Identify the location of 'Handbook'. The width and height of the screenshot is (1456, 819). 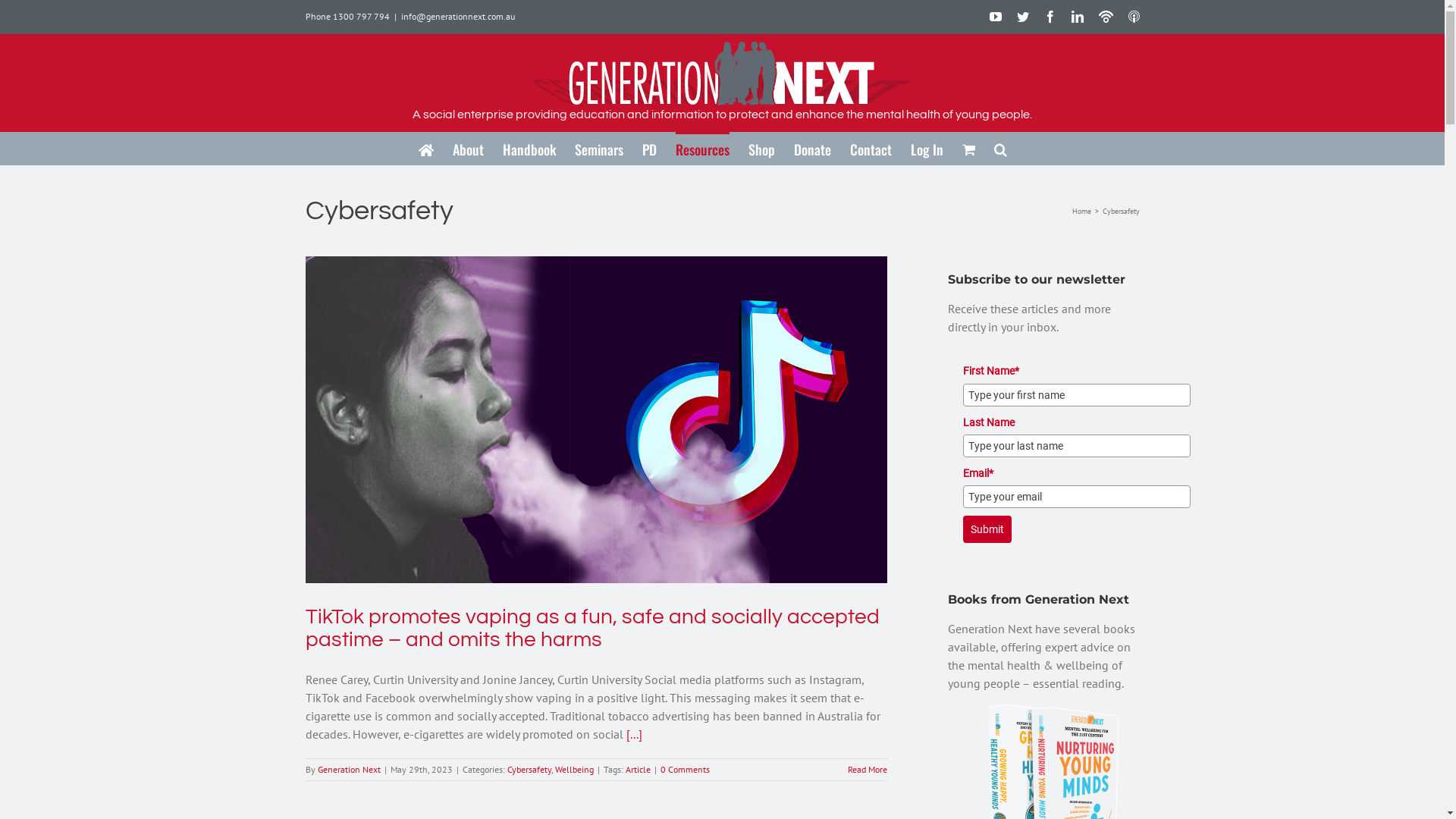
(529, 148).